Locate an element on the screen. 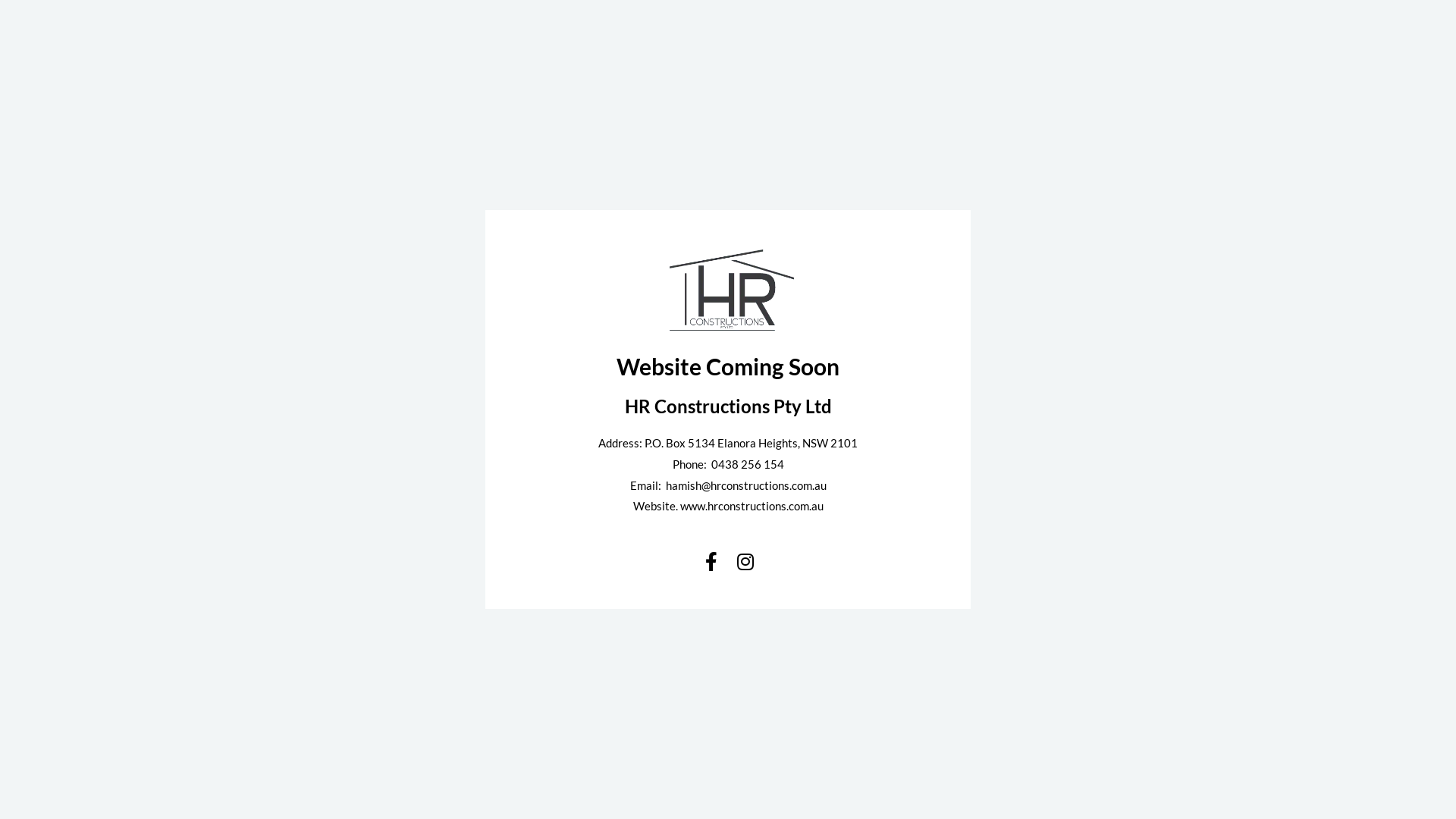 This screenshot has height=819, width=1456. 'www.hrconstructions.com.au' is located at coordinates (751, 506).